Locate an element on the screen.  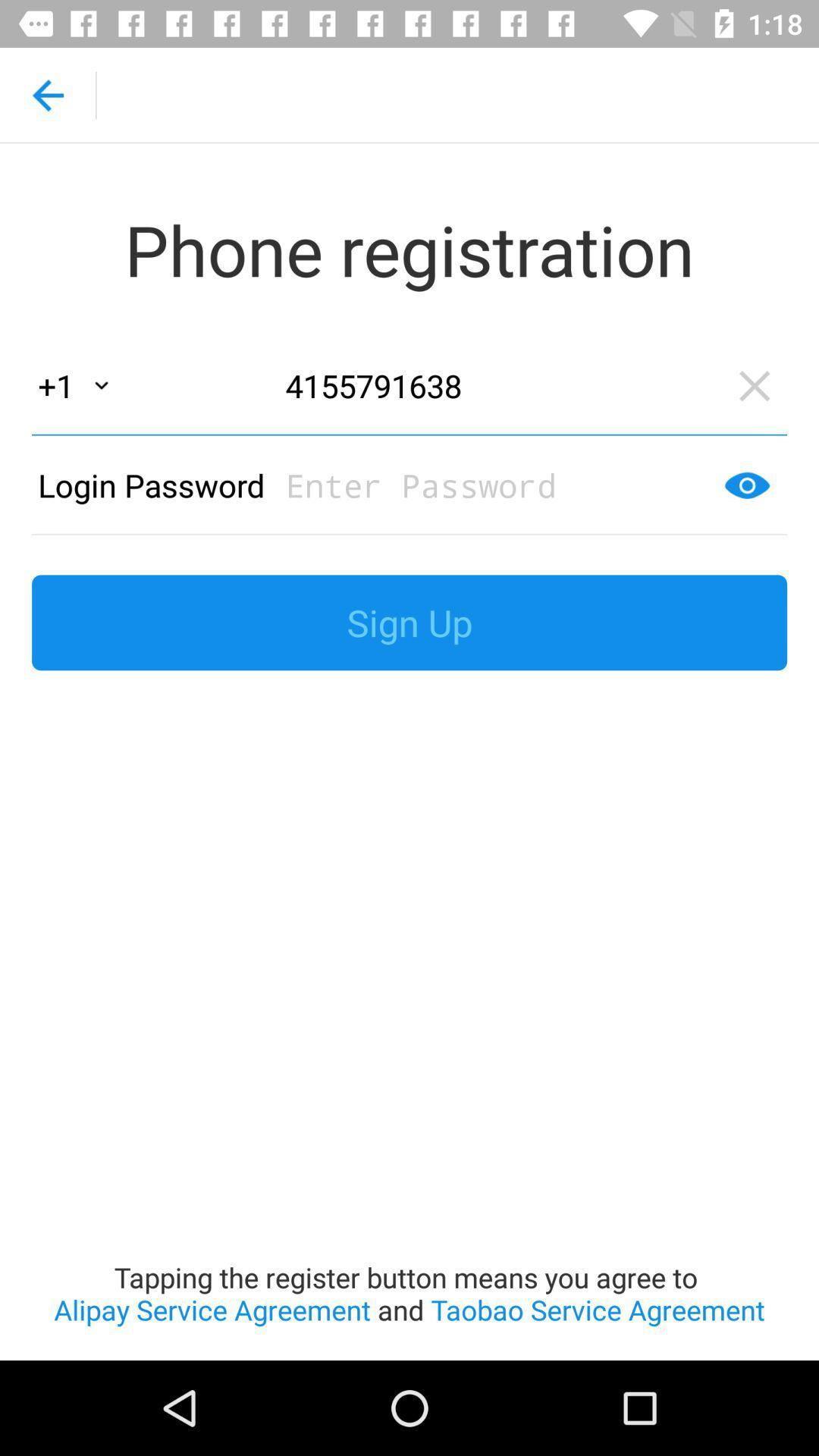
the icon above tapping the register is located at coordinates (409, 623).